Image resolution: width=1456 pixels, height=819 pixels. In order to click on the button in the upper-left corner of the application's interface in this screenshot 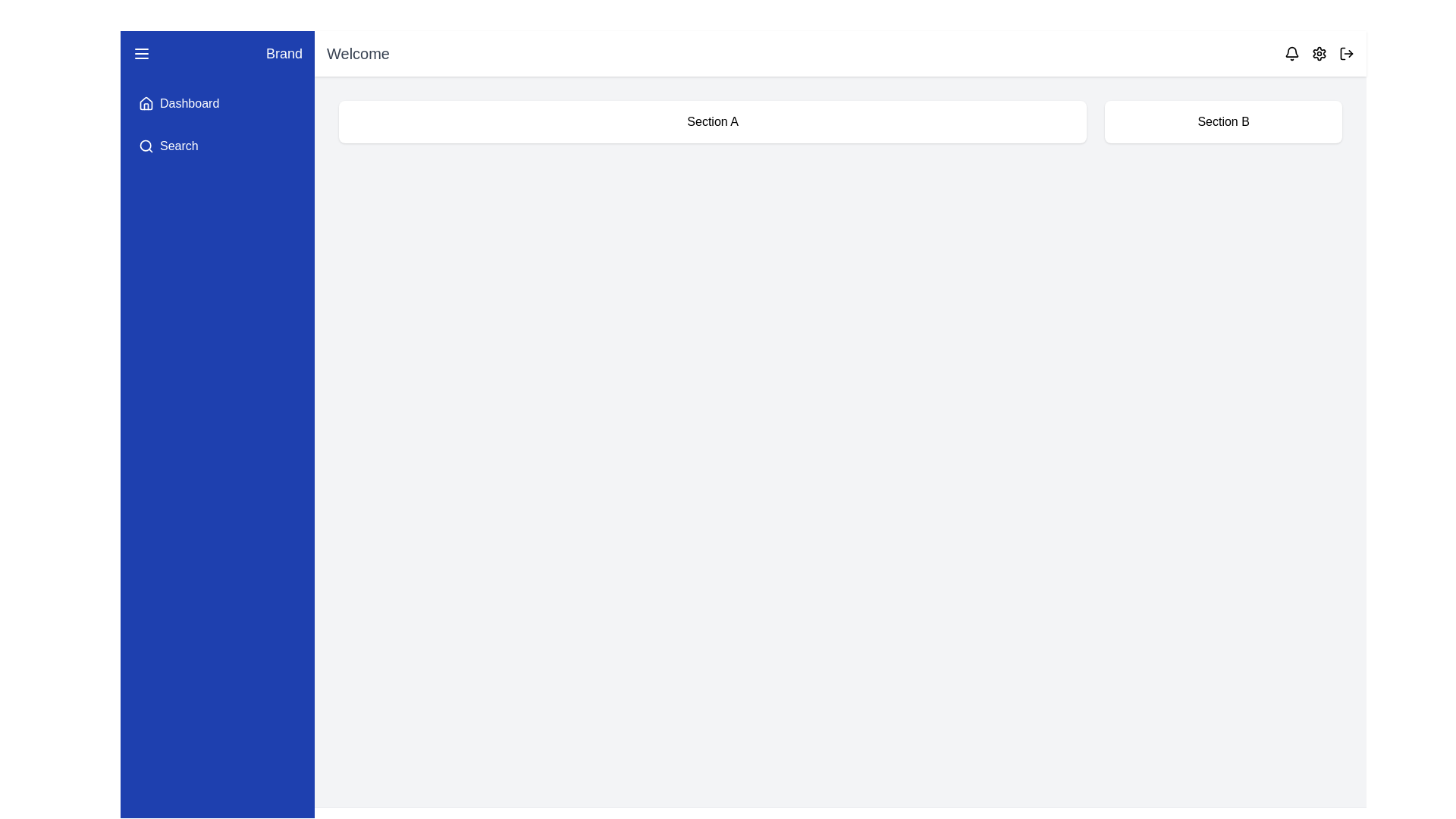, I will do `click(142, 52)`.